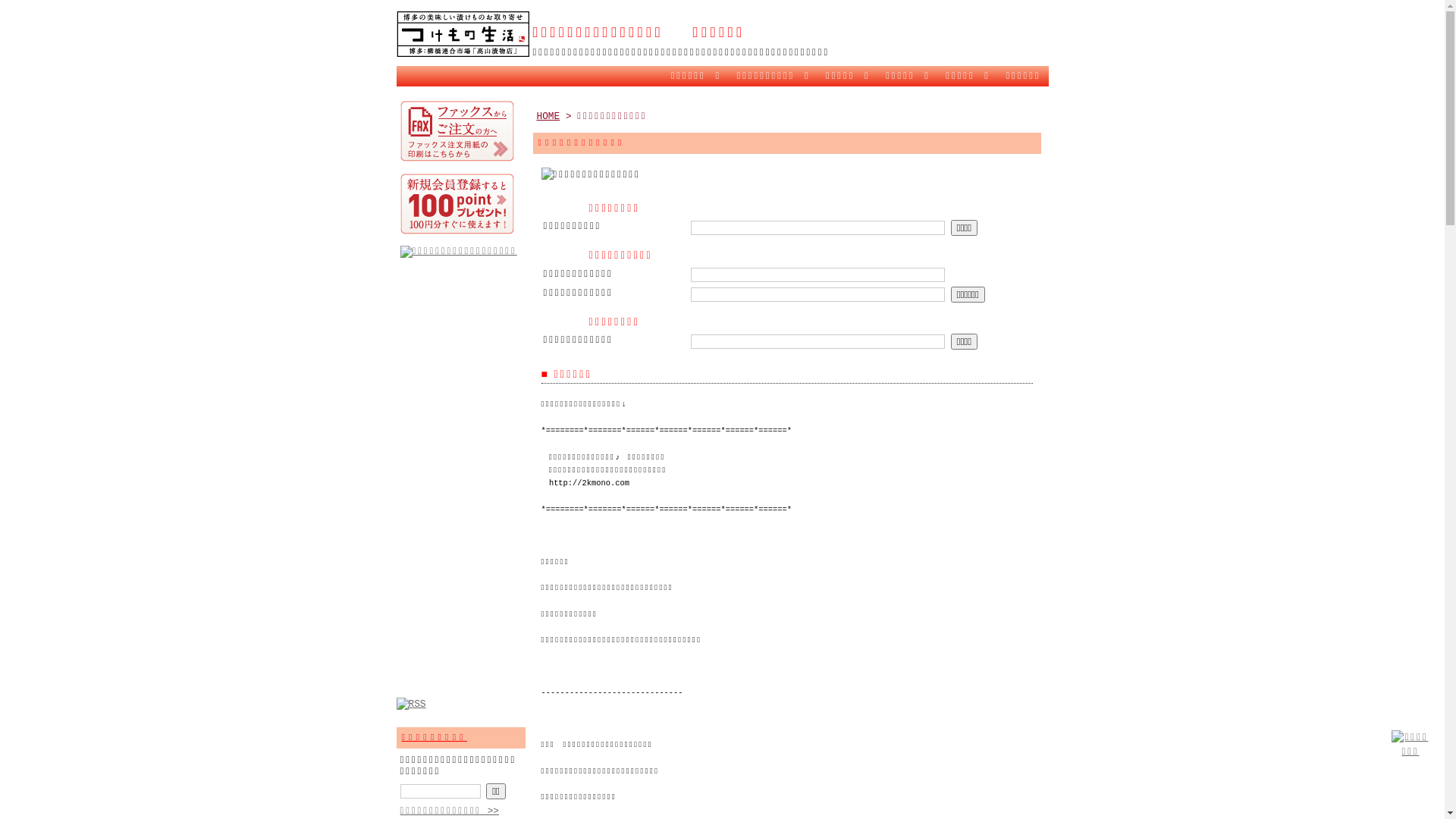  Describe the element at coordinates (548, 115) in the screenshot. I see `'HOME'` at that location.